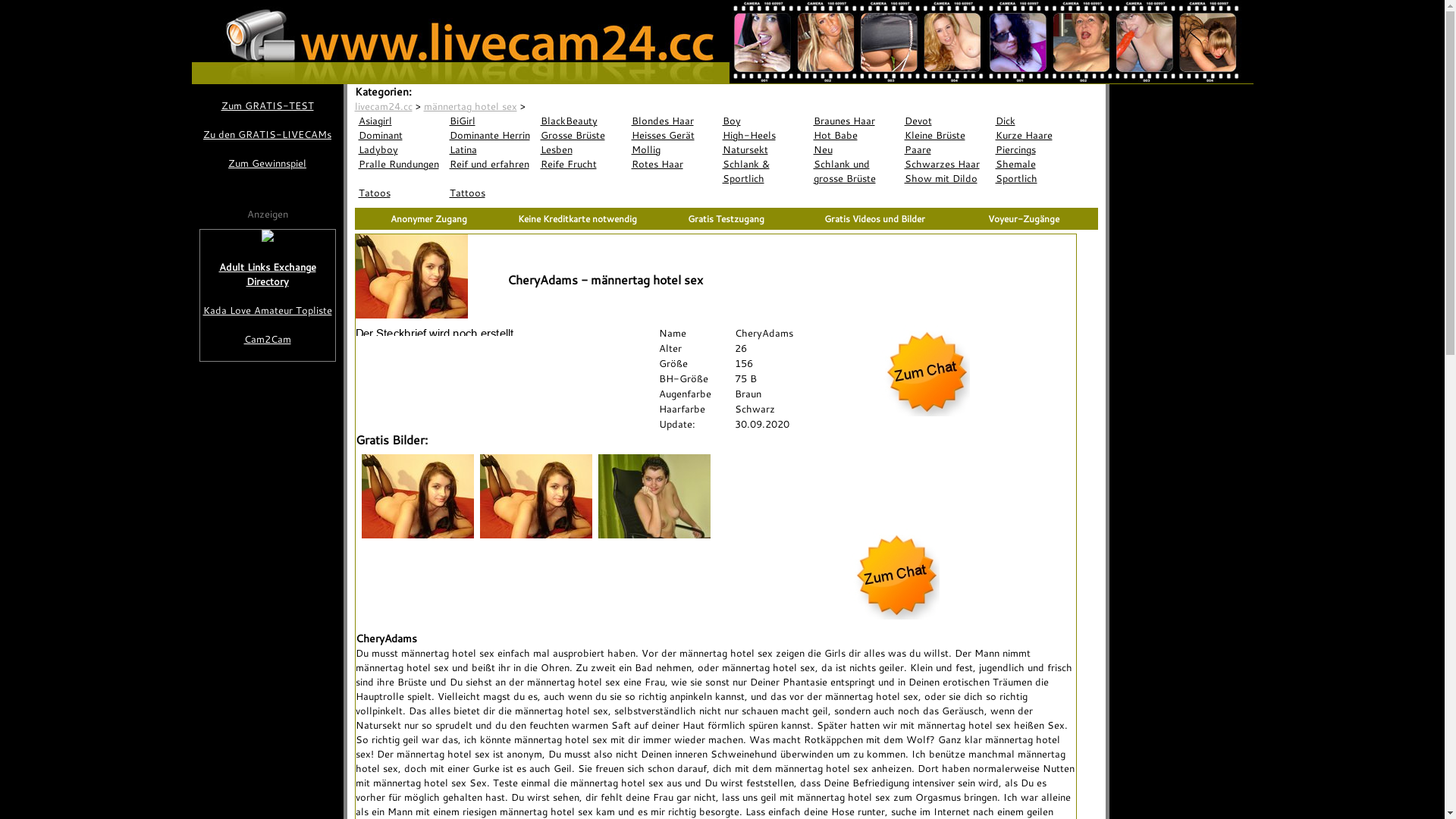 The width and height of the screenshot is (1456, 819). Describe the element at coordinates (198, 133) in the screenshot. I see `'Zu den GRATIS-LIVECAMs'` at that location.